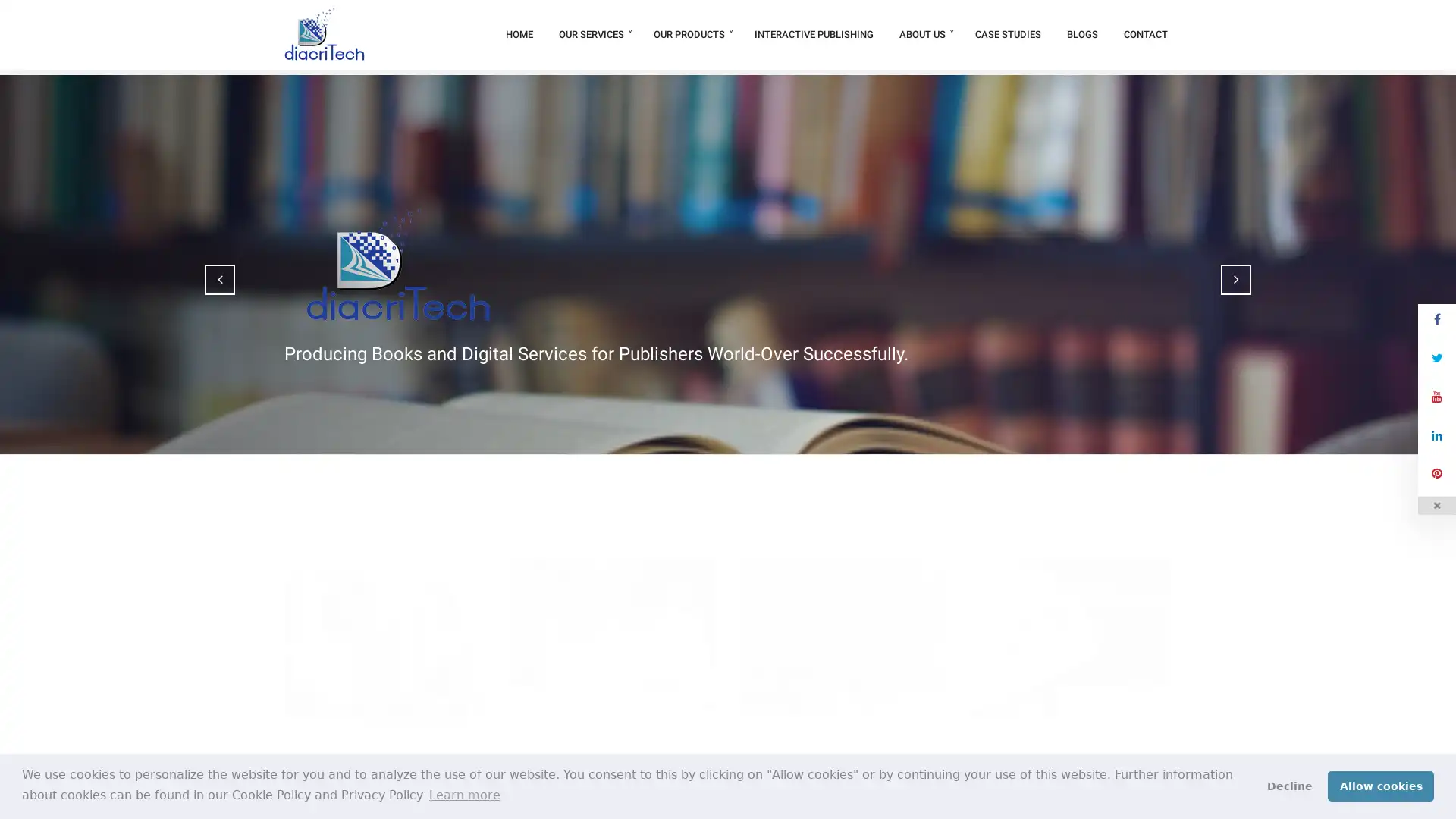 This screenshot has width=1456, height=819. What do you see at coordinates (1380, 785) in the screenshot?
I see `allow cookies` at bounding box center [1380, 785].